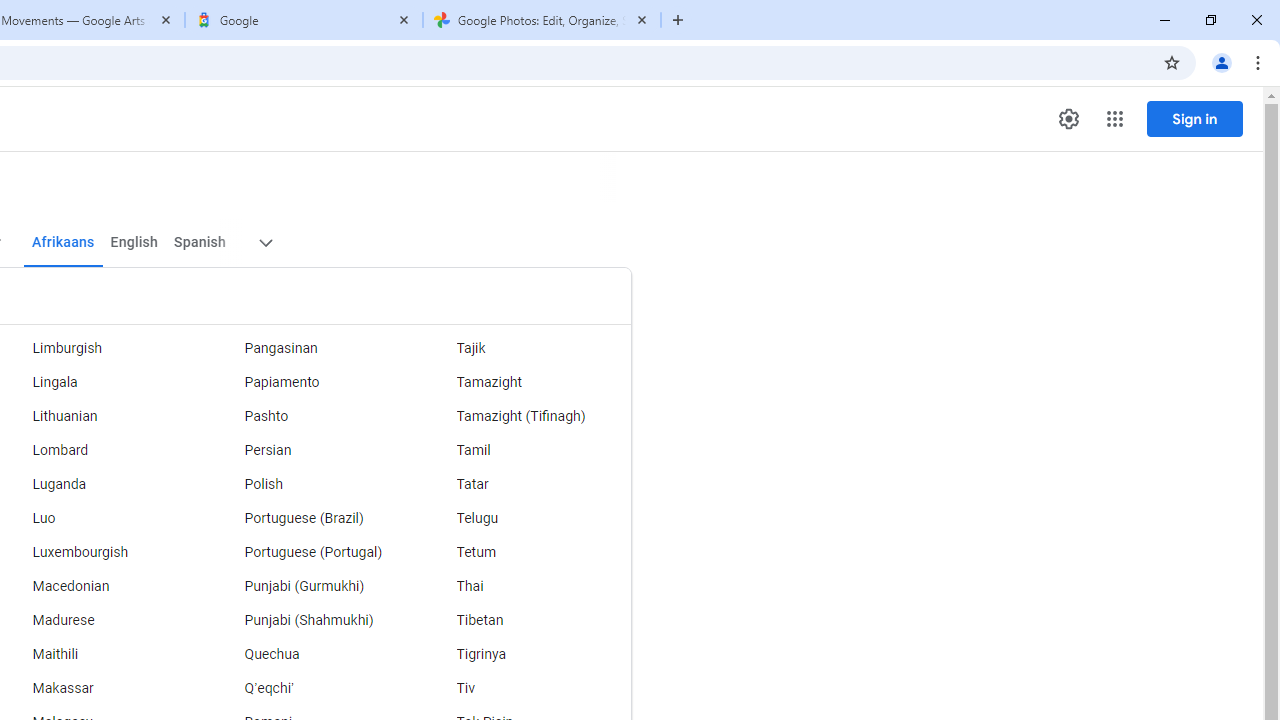 Image resolution: width=1280 pixels, height=720 pixels. Describe the element at coordinates (311, 484) in the screenshot. I see `'Polish'` at that location.